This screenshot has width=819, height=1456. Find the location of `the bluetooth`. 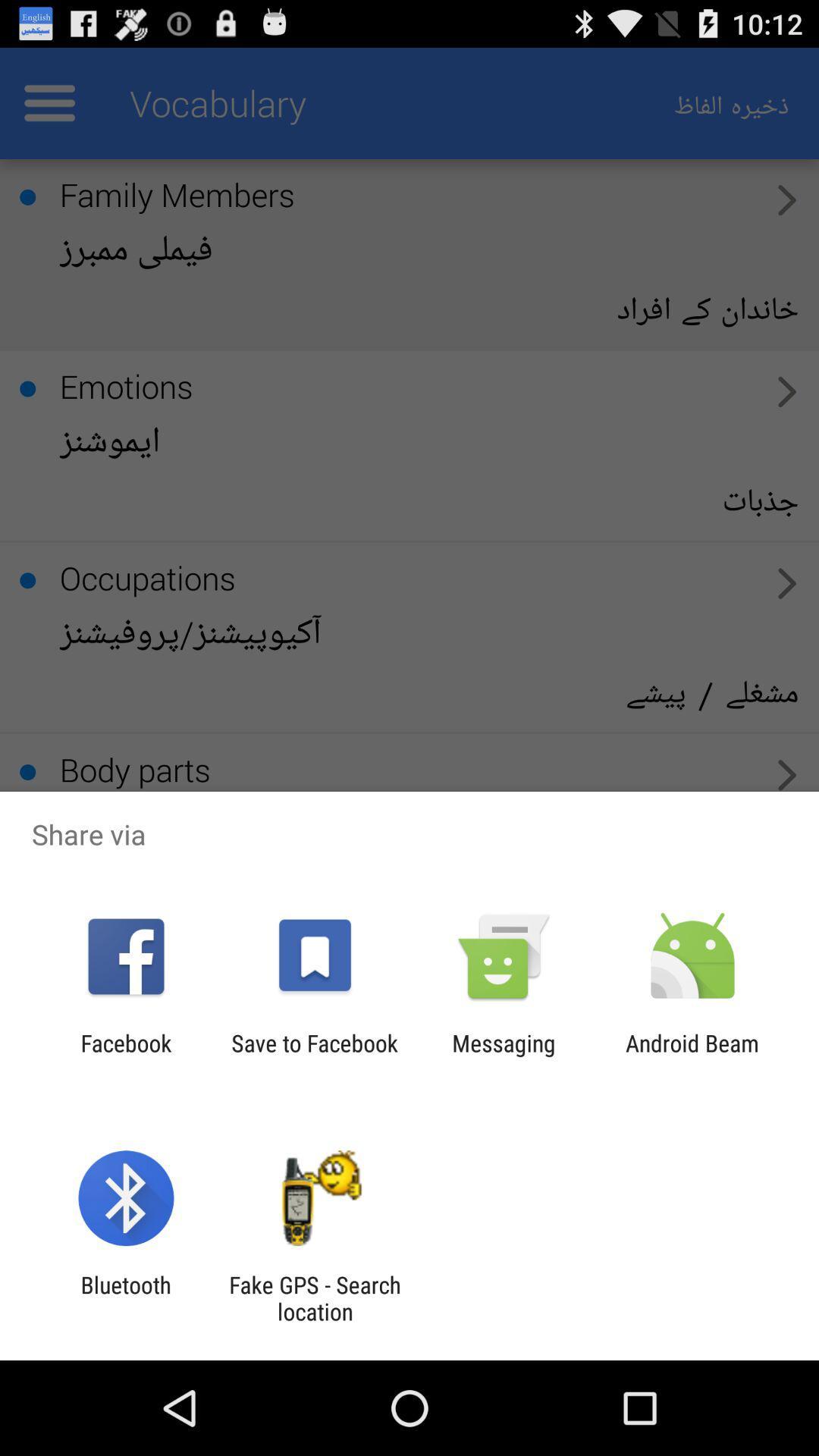

the bluetooth is located at coordinates (125, 1298).